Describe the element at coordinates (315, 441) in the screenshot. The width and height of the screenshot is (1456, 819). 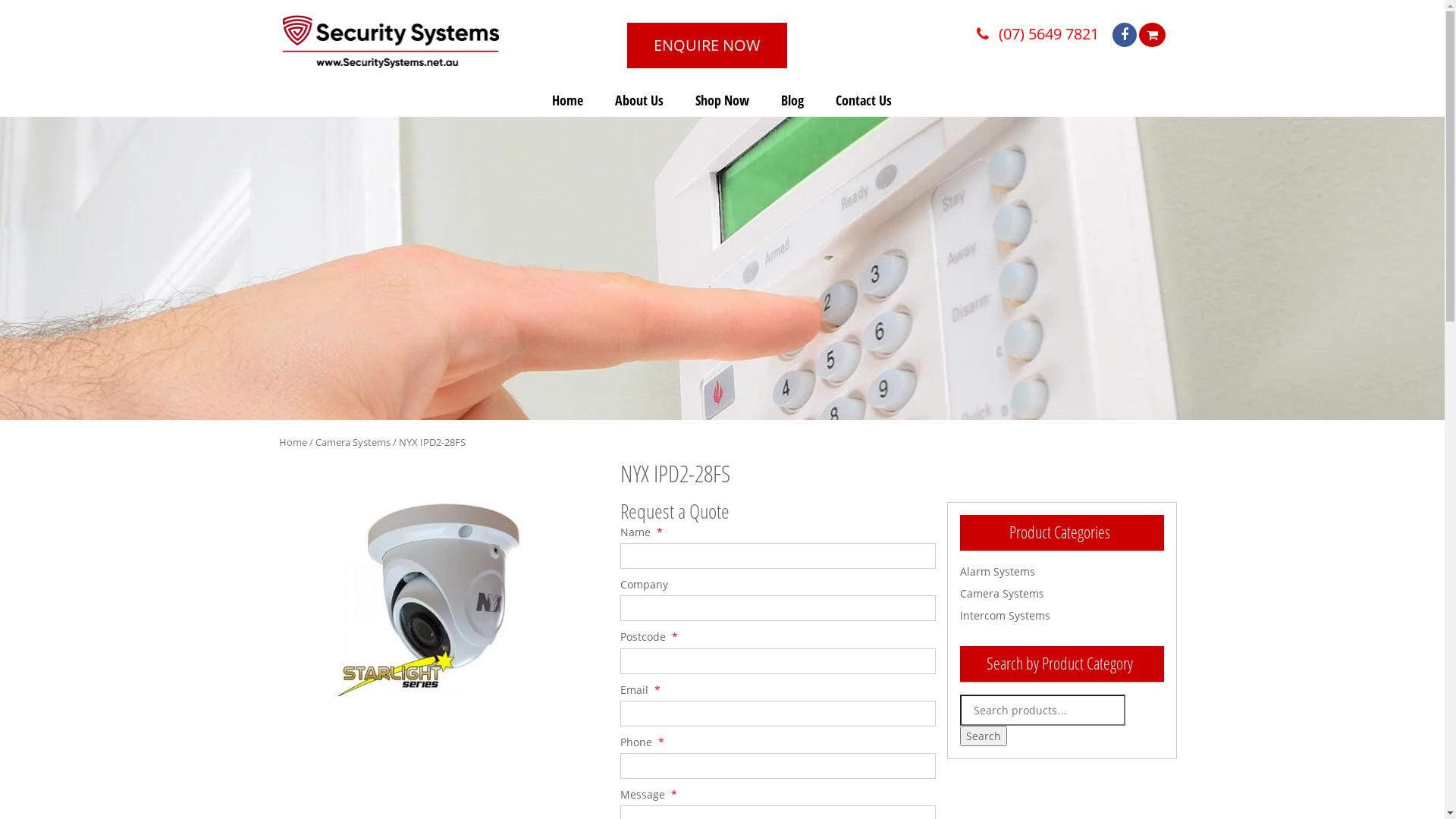
I see `'Camera Systems'` at that location.